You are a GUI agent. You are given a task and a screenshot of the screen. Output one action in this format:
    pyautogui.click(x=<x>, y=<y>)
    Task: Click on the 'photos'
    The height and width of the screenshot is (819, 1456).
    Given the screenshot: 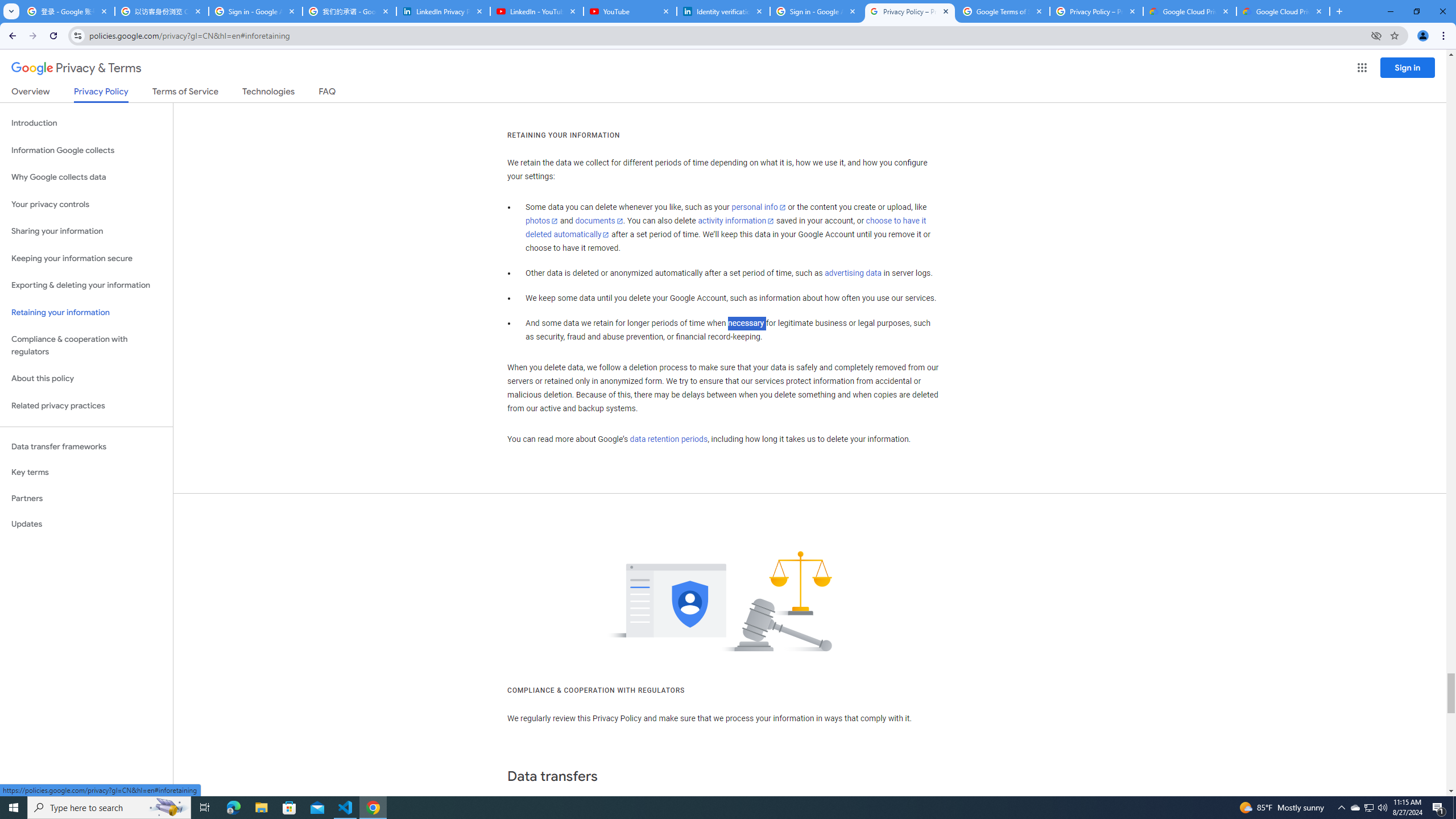 What is the action you would take?
    pyautogui.click(x=542, y=220)
    